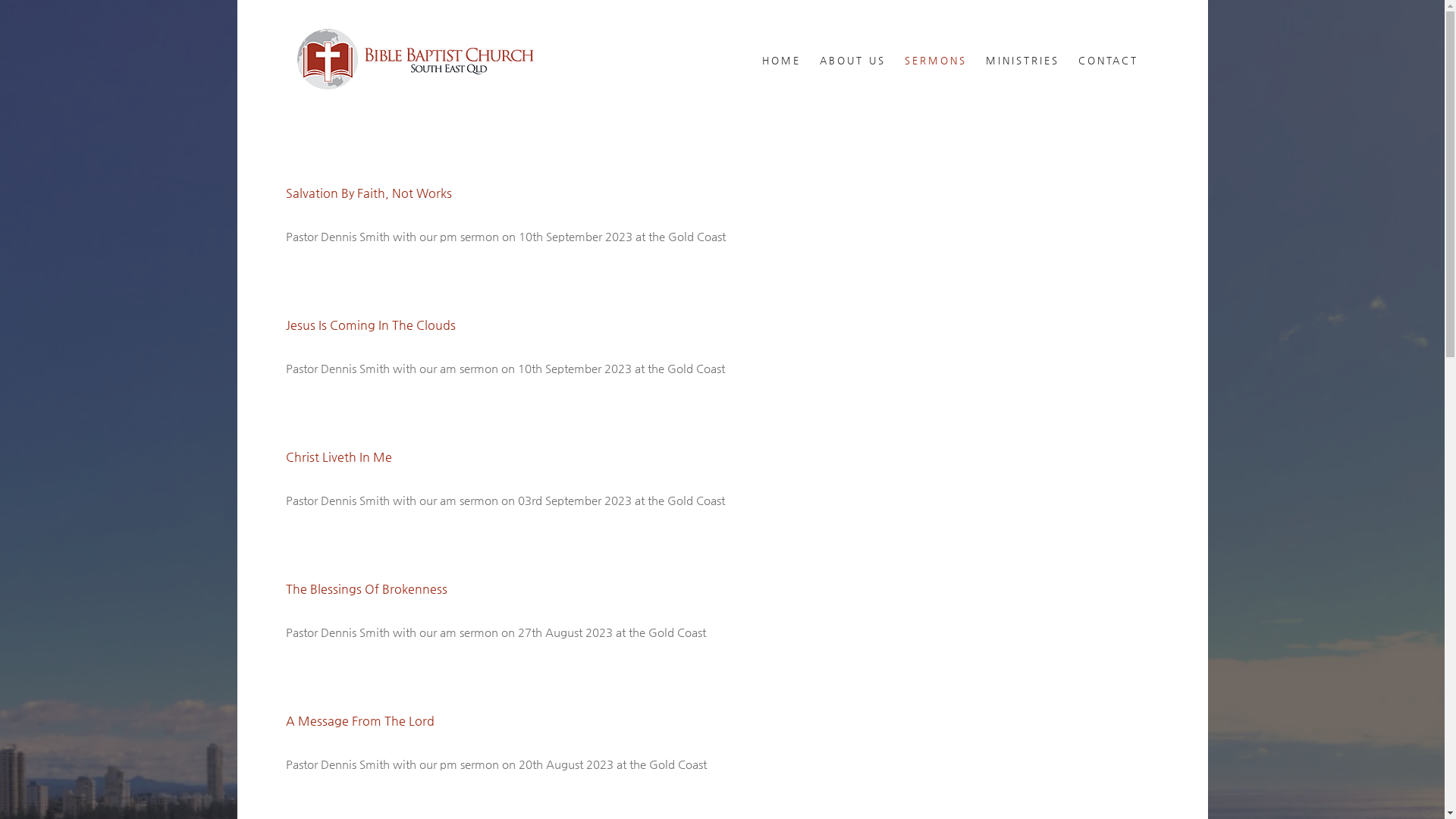  Describe the element at coordinates (284, 192) in the screenshot. I see `'Salvation By Faith, Not Works'` at that location.